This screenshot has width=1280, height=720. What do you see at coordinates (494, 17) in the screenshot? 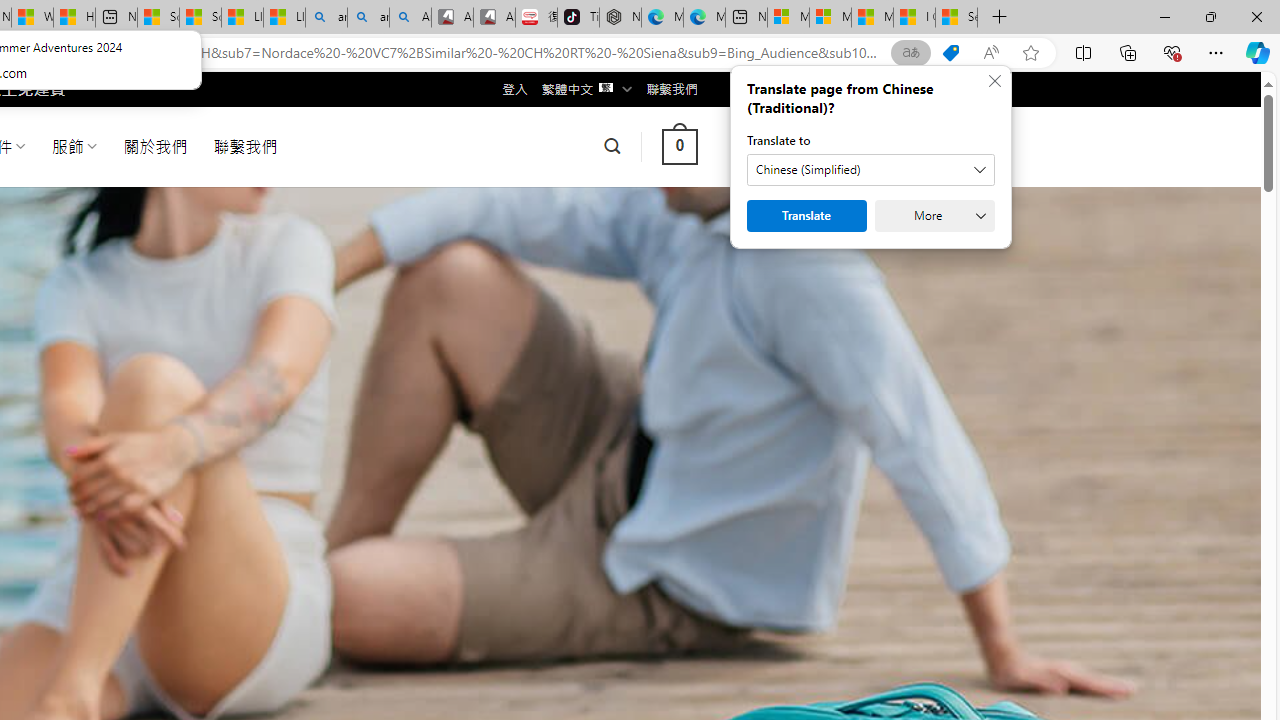
I see `'All Cubot phones'` at bounding box center [494, 17].